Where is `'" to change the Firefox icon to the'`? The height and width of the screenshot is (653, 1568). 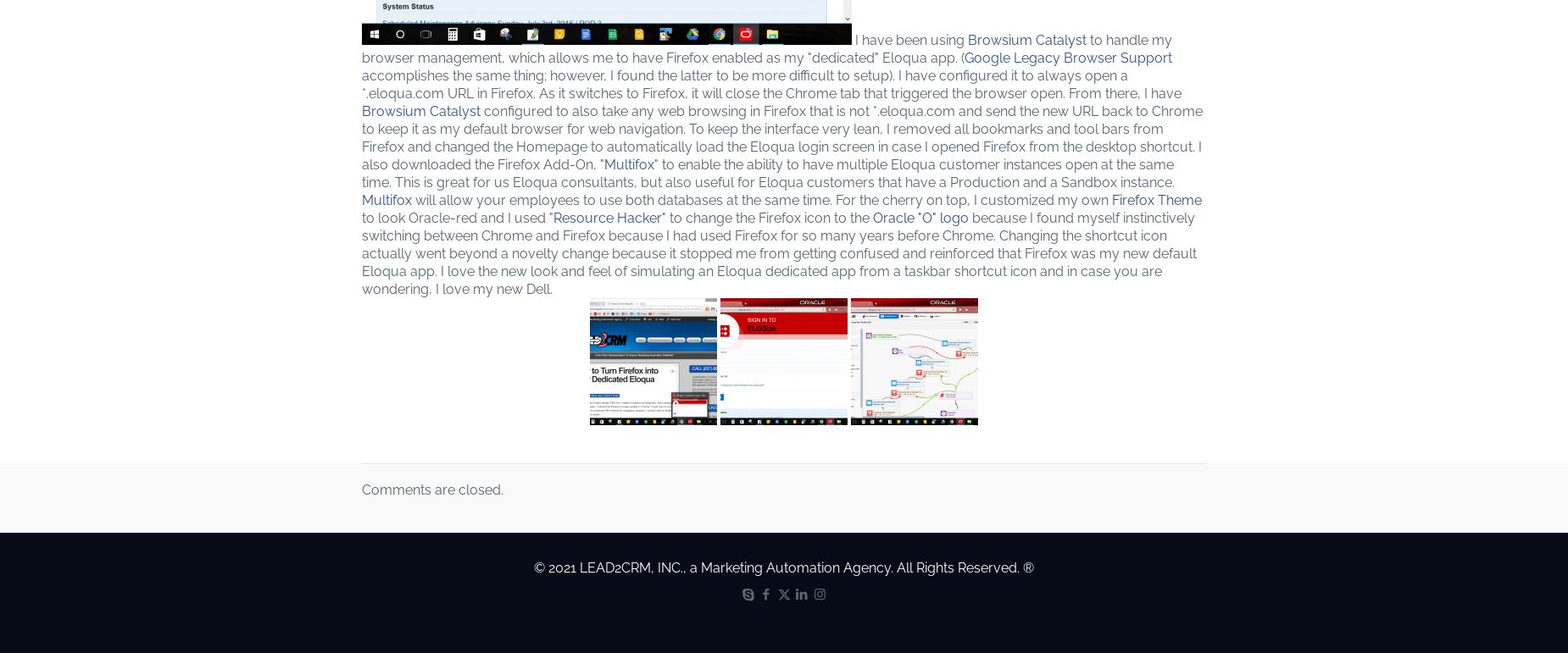
'" to change the Firefox icon to the' is located at coordinates (767, 217).